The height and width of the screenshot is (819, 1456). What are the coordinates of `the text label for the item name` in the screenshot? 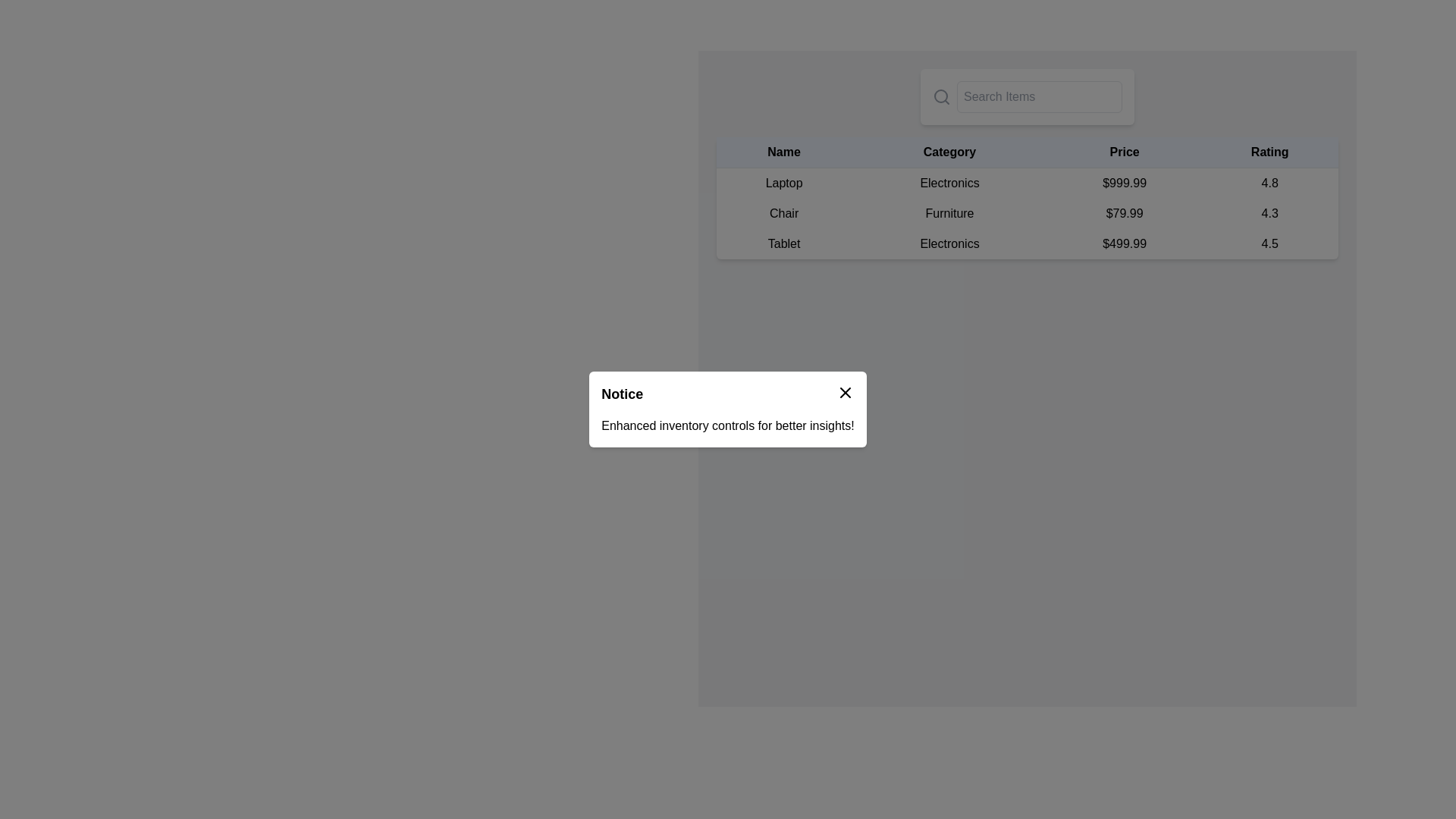 It's located at (784, 243).